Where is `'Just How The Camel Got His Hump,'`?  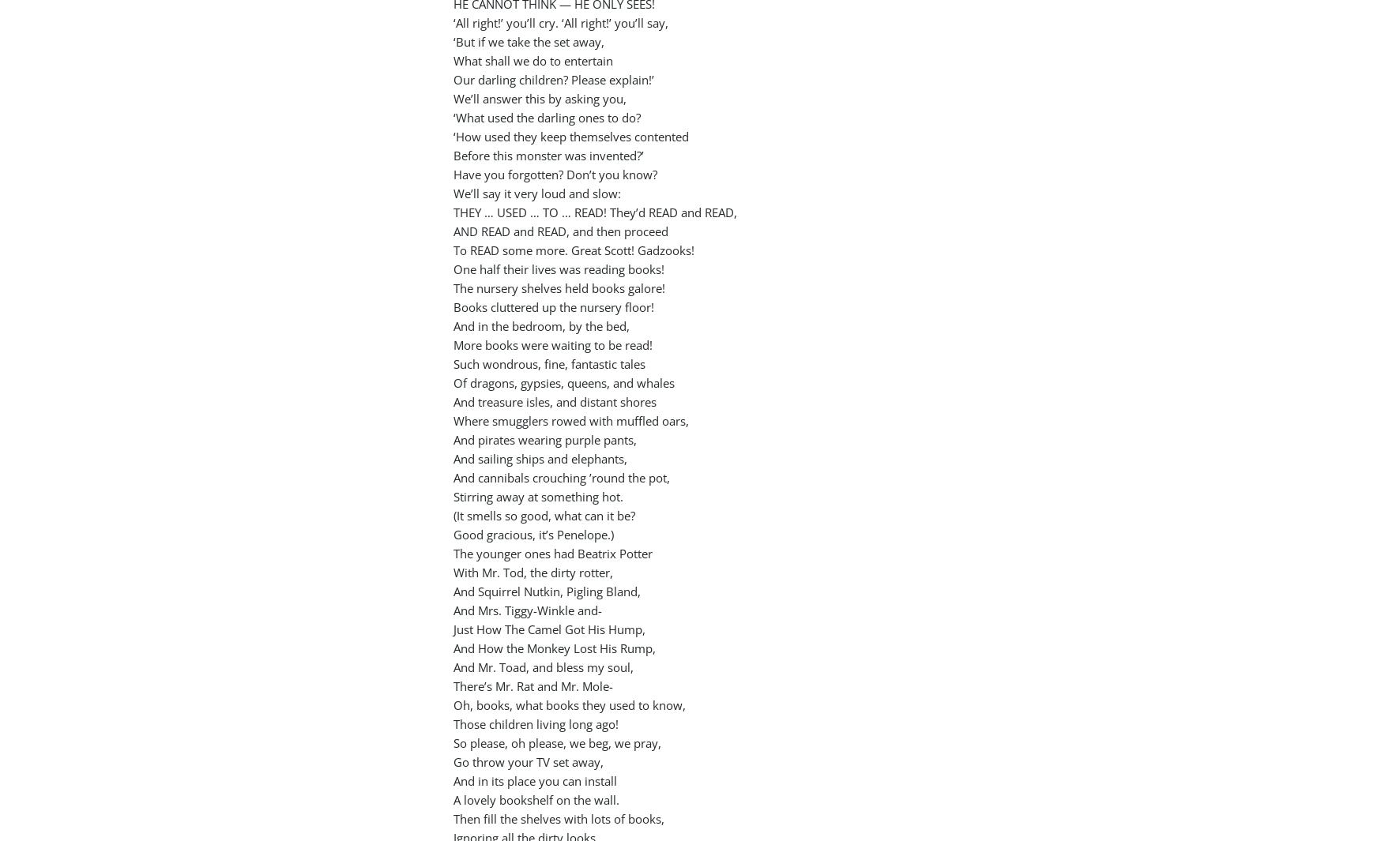
'Just How The Camel Got His Hump,' is located at coordinates (550, 629).